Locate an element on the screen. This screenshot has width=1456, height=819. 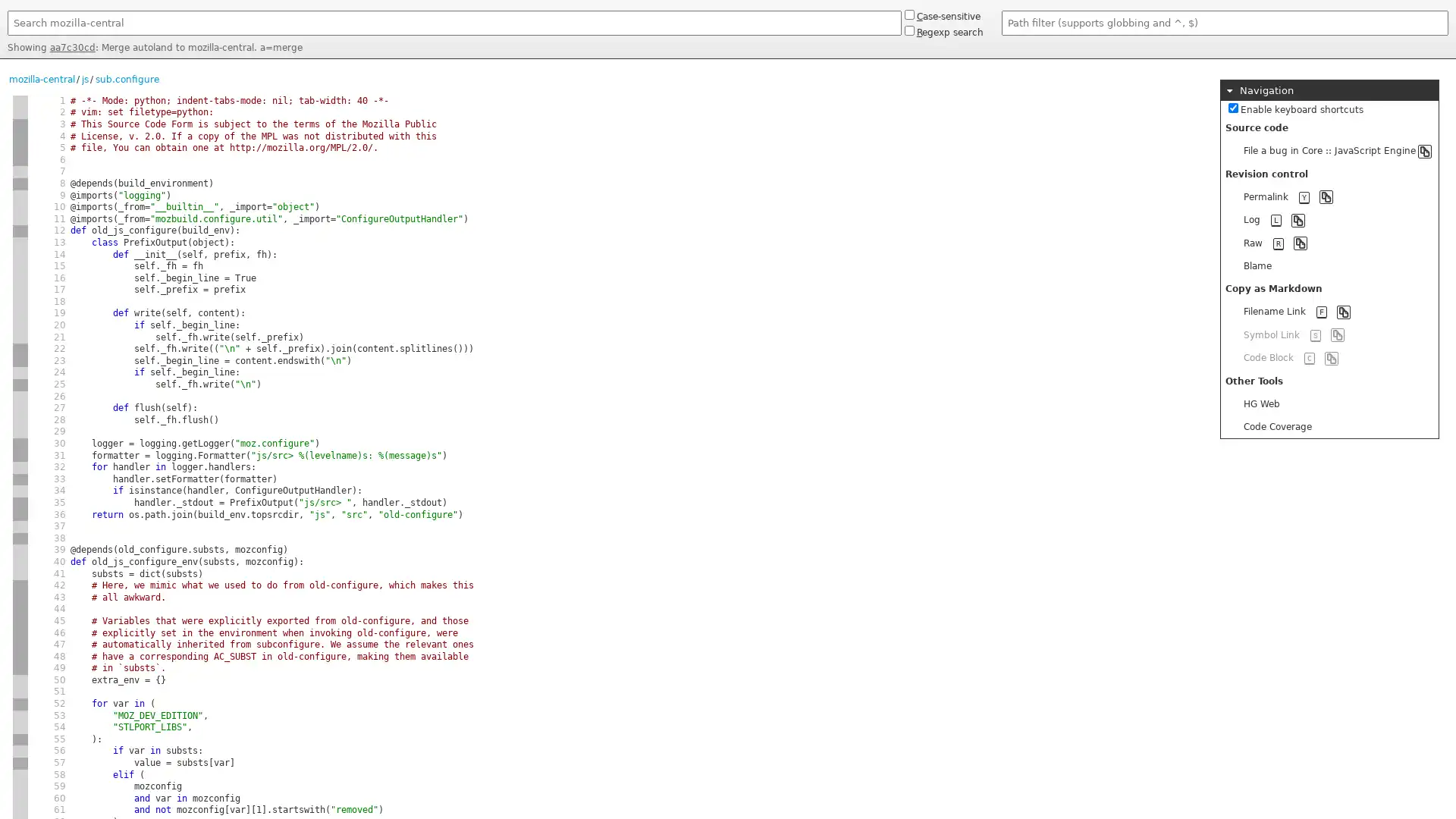
Filename Link F is located at coordinates (1329, 311).